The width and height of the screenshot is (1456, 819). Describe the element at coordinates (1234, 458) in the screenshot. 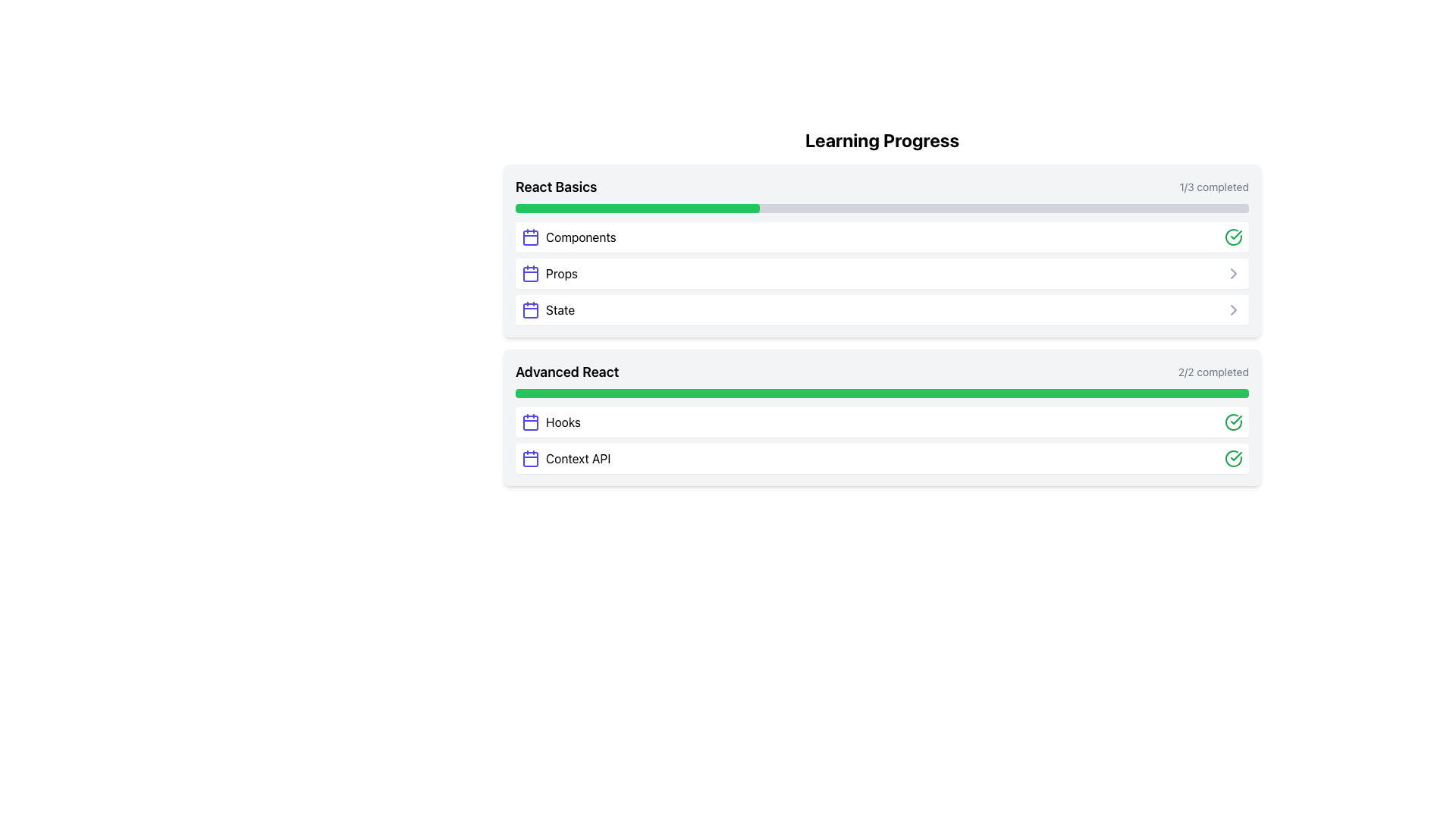

I see `the status icon indicating the completion of the 'Context API' task located on the far right of the row labeled 'Context API' in the 'Advanced React' section` at that location.